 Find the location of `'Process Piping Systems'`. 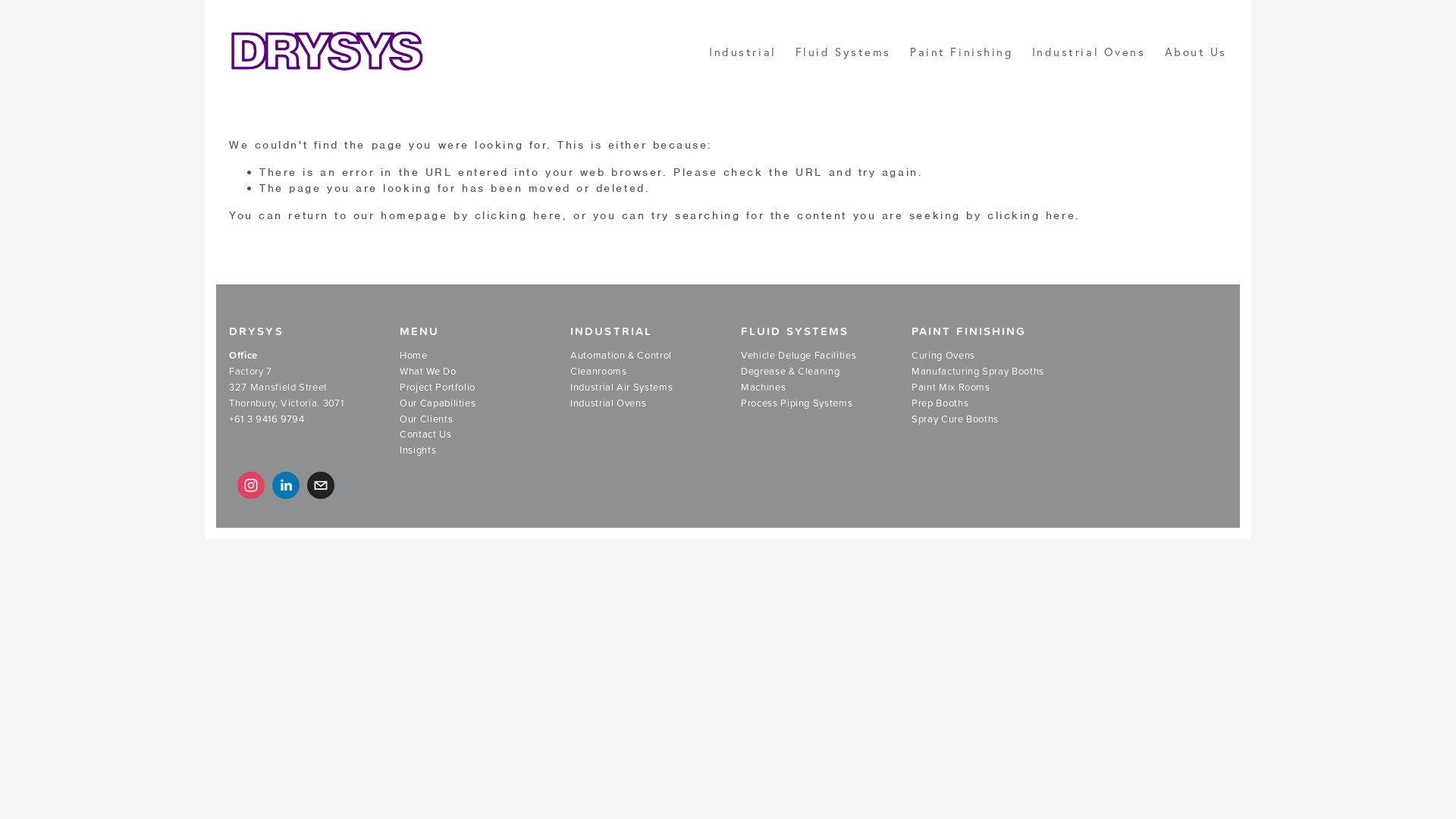

'Process Piping Systems' is located at coordinates (795, 403).